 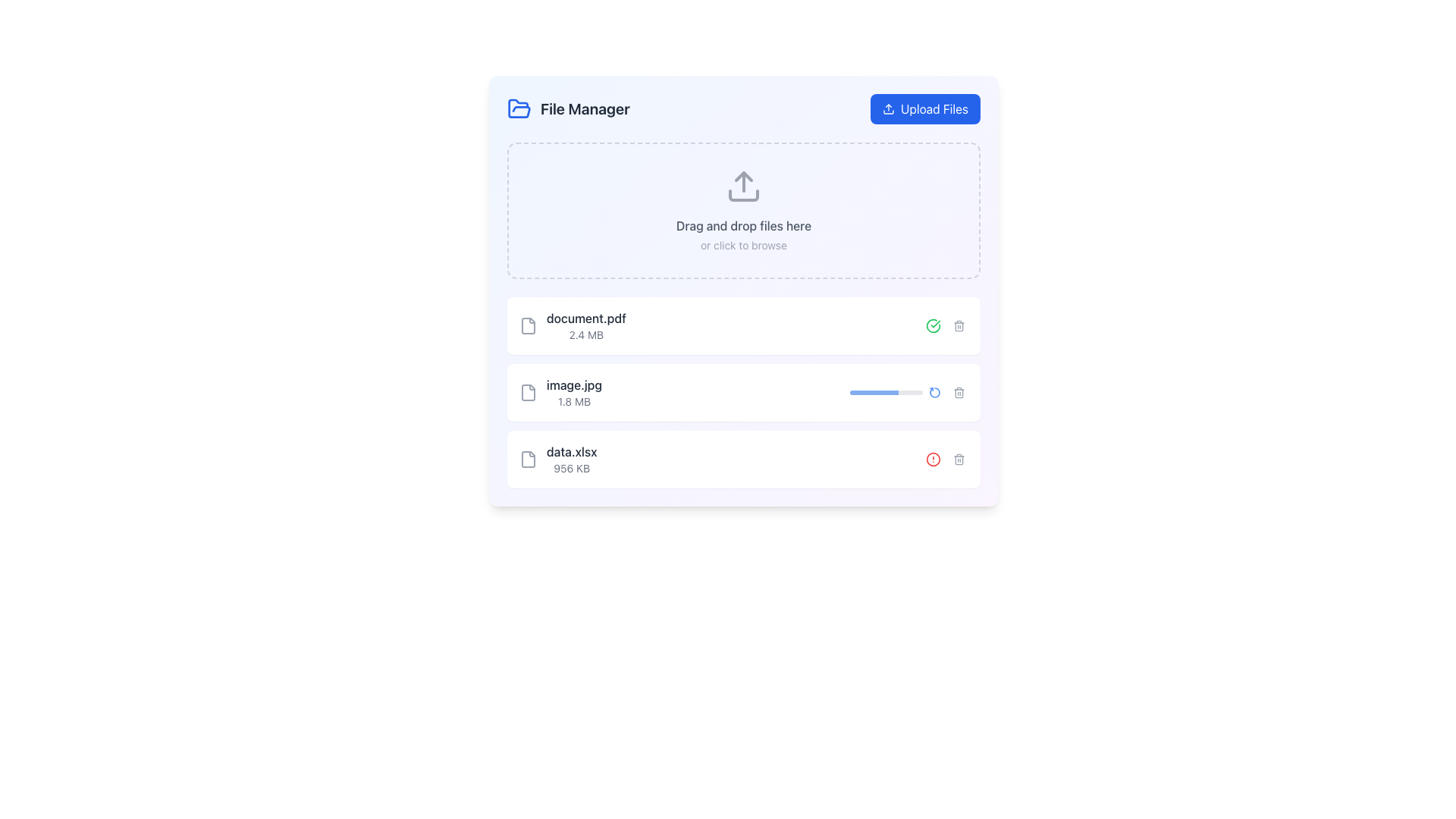 What do you see at coordinates (743, 186) in the screenshot?
I see `the file upload icon, which is the primary icon centered above the text 'Drag and drop files here or click to browse.'` at bounding box center [743, 186].